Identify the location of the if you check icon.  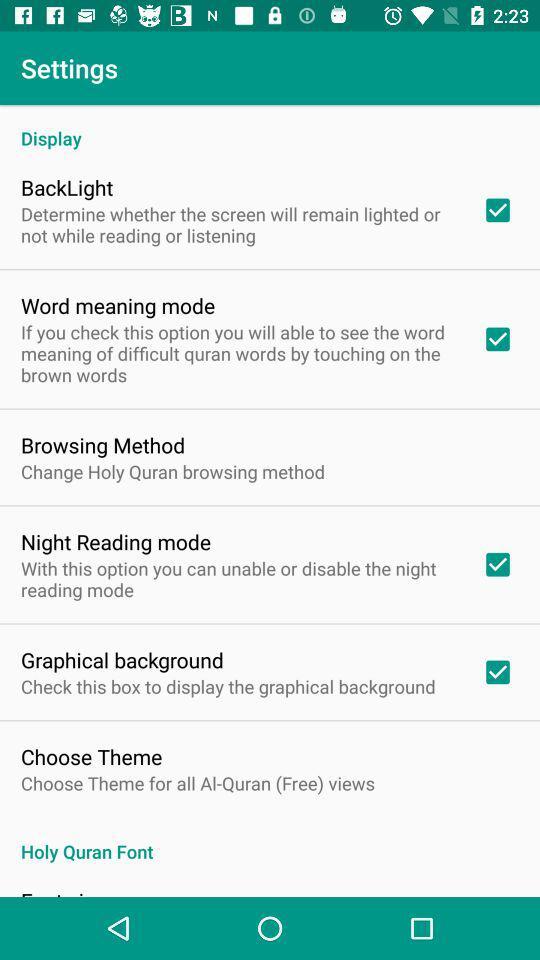
(238, 353).